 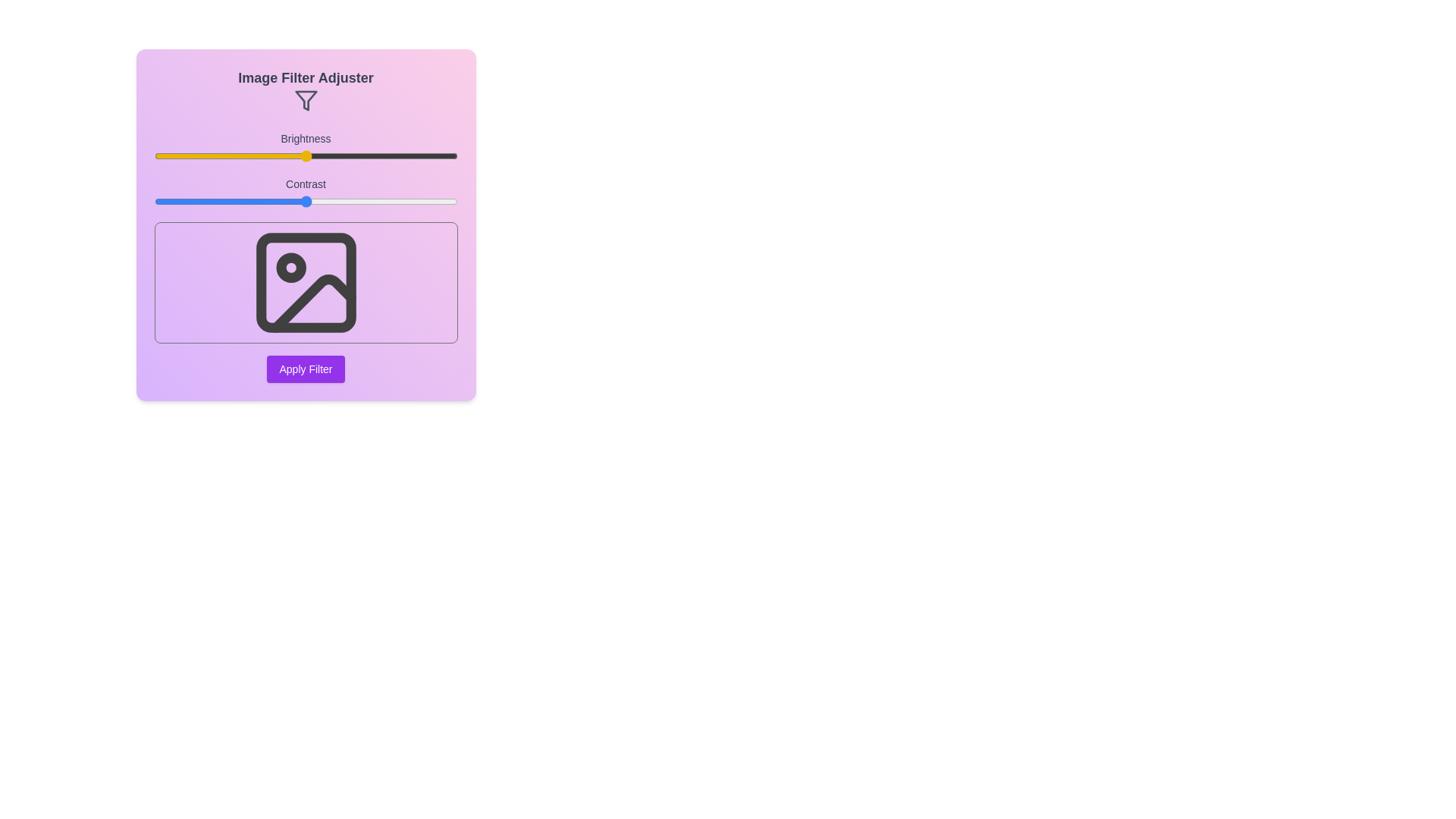 I want to click on the contrast slider to 71%, so click(x=369, y=201).